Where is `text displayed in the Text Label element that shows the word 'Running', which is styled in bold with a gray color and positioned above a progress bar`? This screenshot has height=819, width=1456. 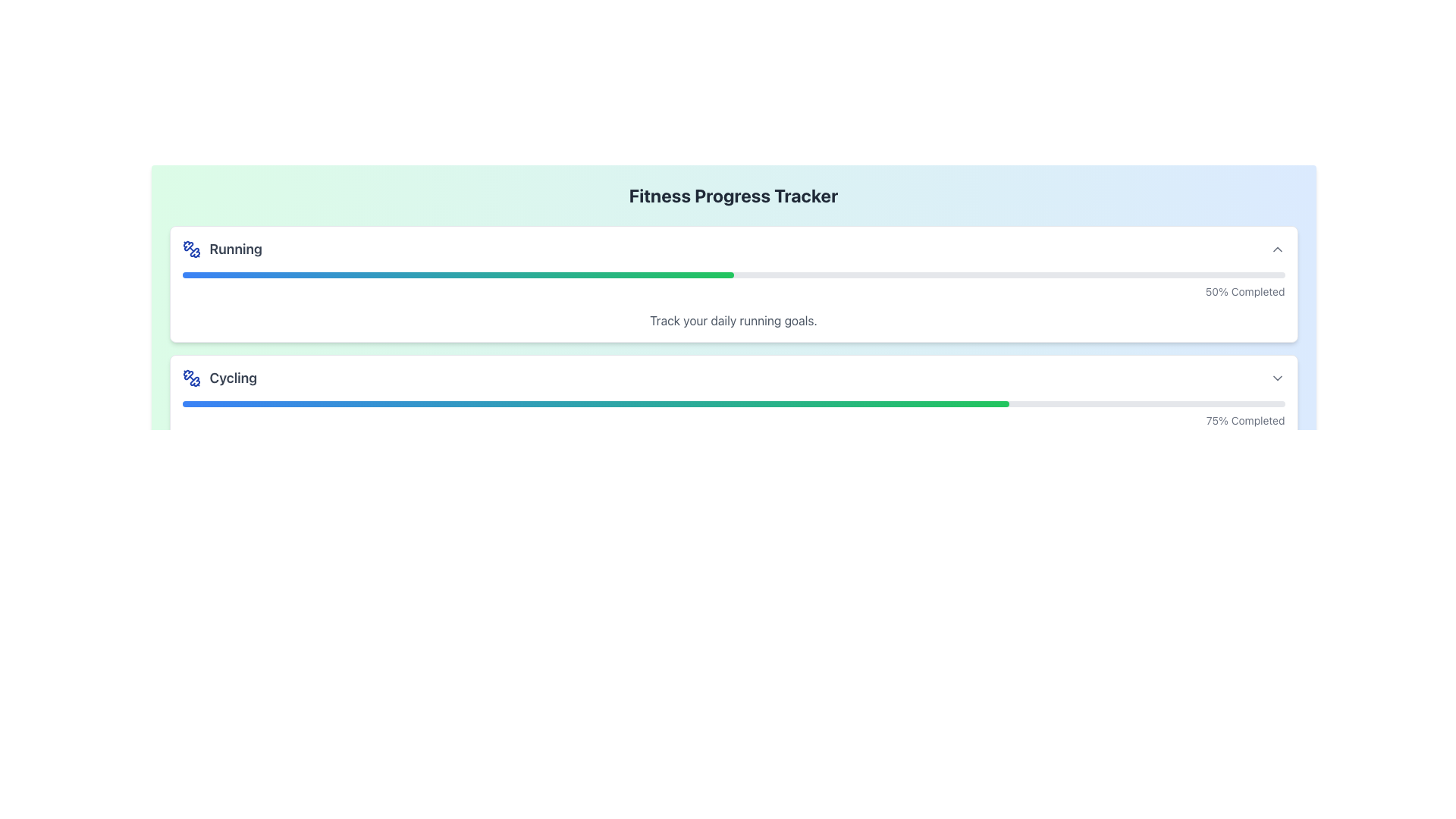
text displayed in the Text Label element that shows the word 'Running', which is styled in bold with a gray color and positioned above a progress bar is located at coordinates (235, 248).